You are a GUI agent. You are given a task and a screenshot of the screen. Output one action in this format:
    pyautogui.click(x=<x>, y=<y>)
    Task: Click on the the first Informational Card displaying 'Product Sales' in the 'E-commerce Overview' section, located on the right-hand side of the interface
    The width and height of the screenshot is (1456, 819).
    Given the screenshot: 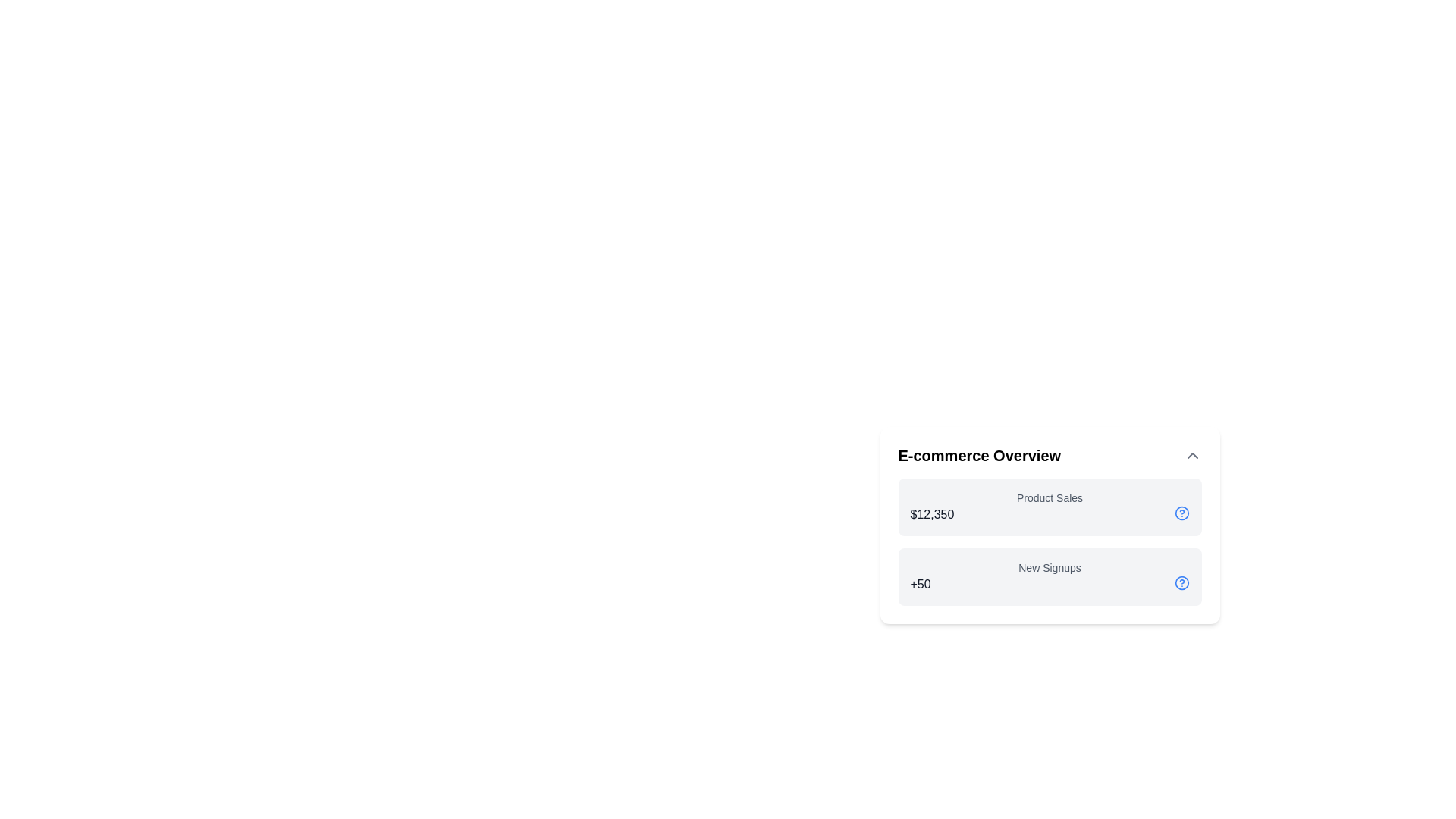 What is the action you would take?
    pyautogui.click(x=1049, y=507)
    